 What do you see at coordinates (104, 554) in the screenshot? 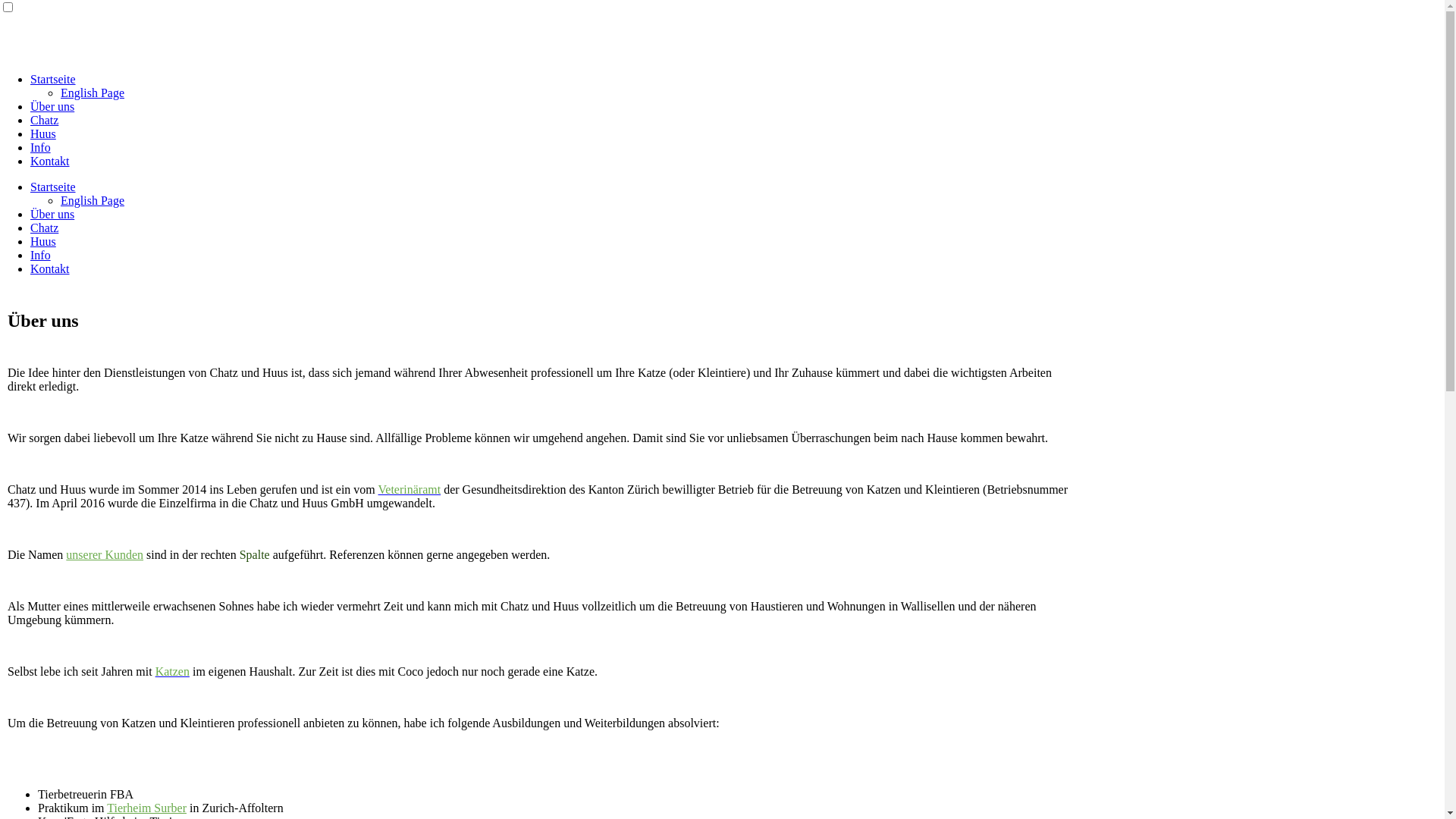
I see `'unserer Kunden'` at bounding box center [104, 554].